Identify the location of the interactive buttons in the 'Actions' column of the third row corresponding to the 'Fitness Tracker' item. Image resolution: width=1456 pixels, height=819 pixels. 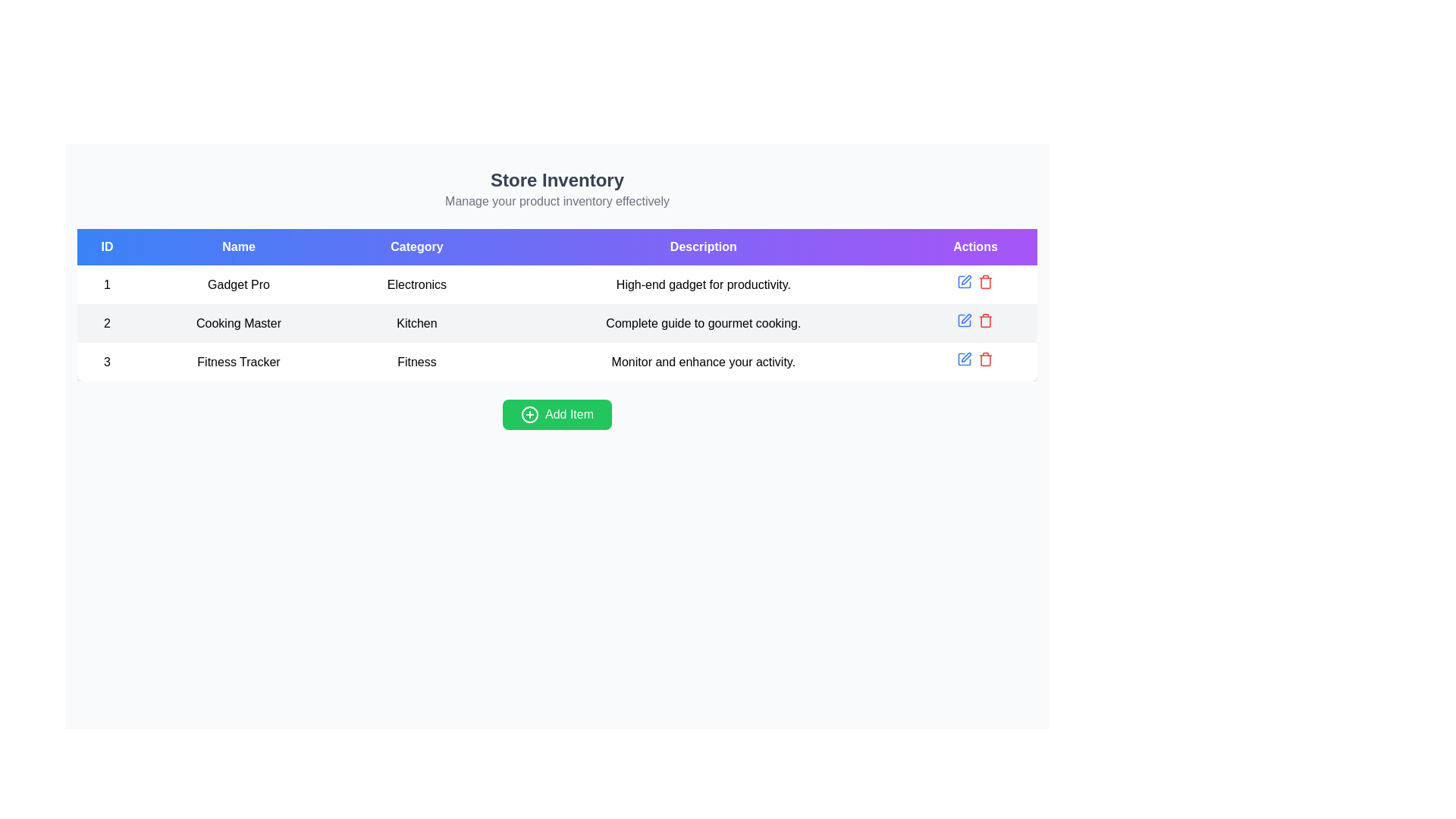
(975, 362).